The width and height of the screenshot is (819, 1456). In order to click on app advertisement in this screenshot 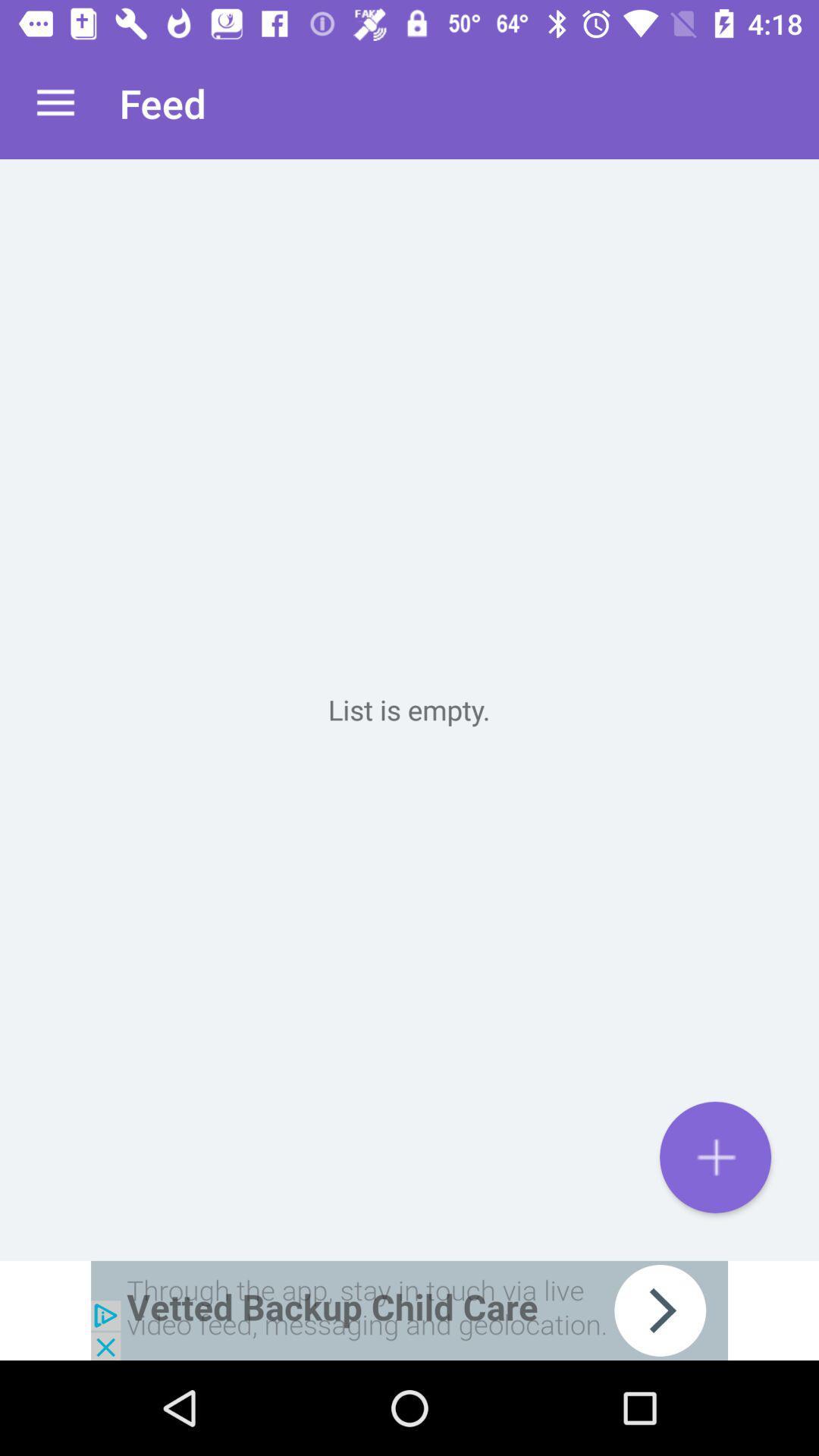, I will do `click(409, 1310)`.